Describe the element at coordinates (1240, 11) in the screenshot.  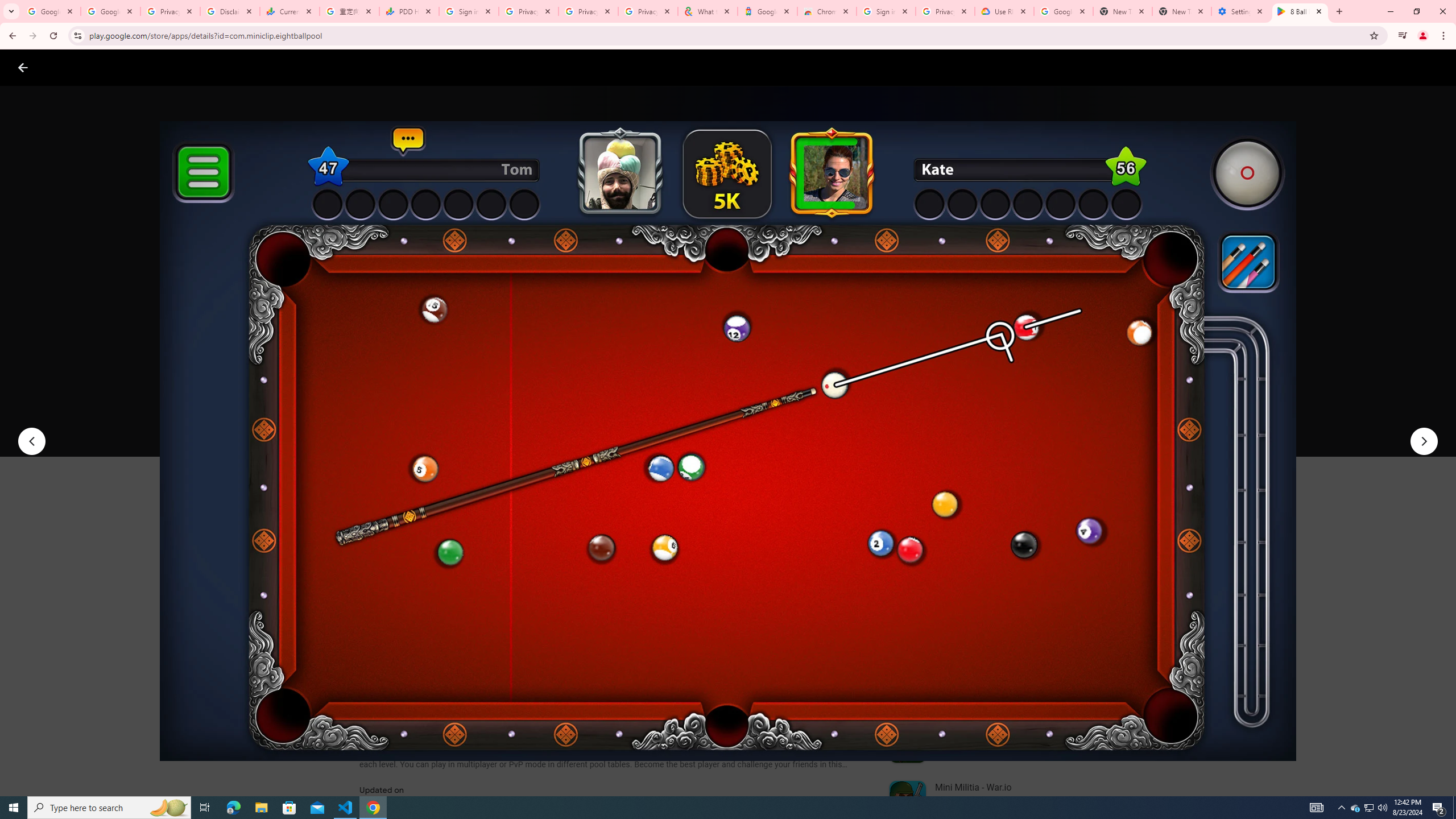
I see `'Settings - System'` at that location.